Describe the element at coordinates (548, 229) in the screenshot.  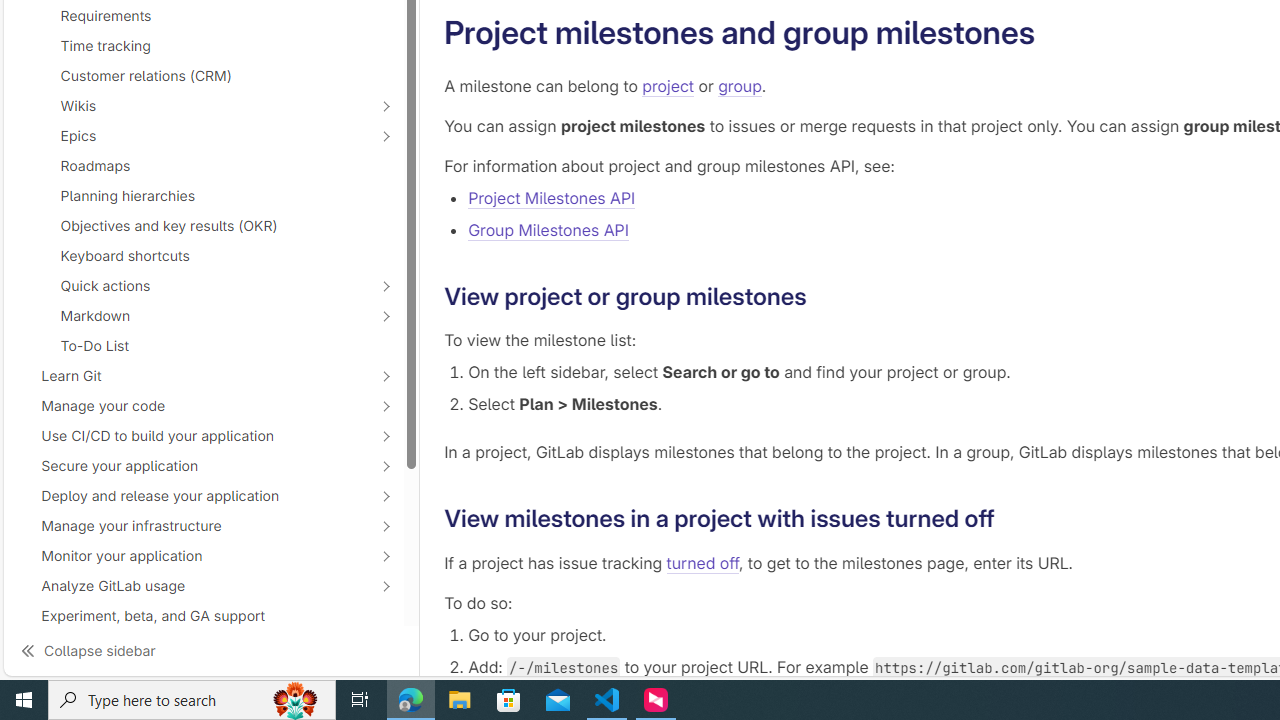
I see `'Group Milestones API'` at that location.